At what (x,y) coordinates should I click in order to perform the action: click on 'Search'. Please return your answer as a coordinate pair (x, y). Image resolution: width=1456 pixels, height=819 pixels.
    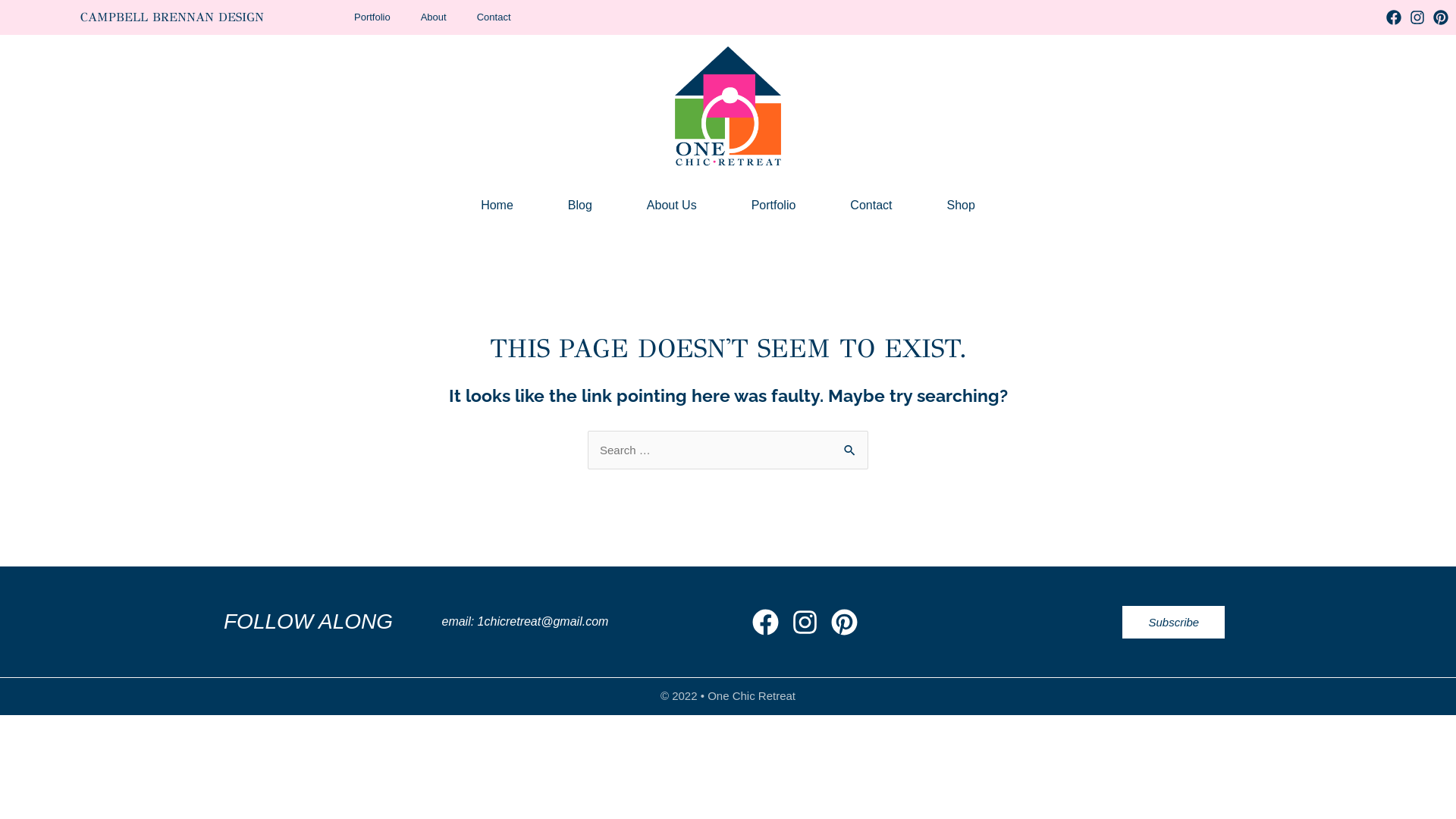
    Looking at the image, I should click on (851, 450).